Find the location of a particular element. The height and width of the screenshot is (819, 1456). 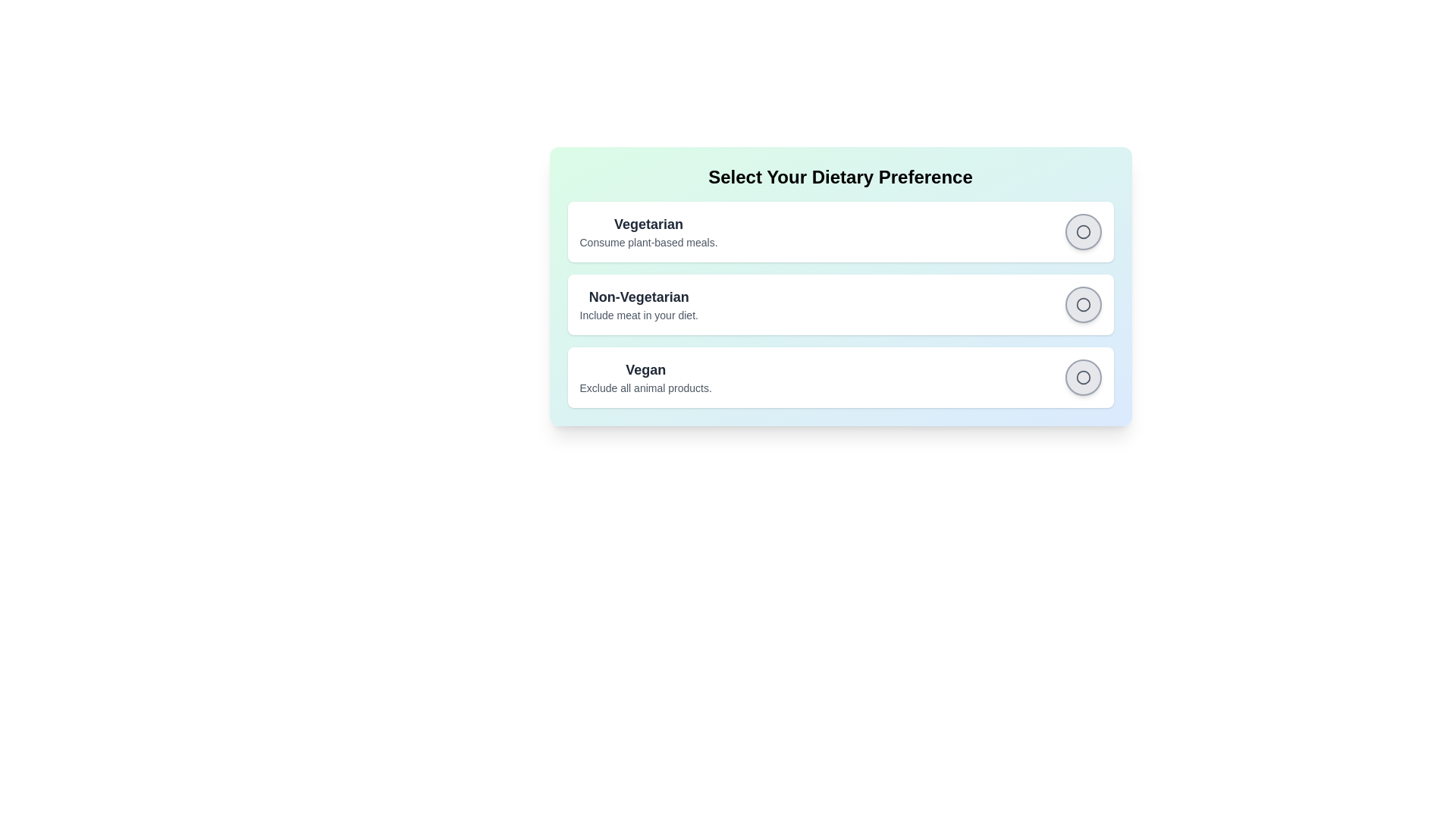

the second item is located at coordinates (839, 304).